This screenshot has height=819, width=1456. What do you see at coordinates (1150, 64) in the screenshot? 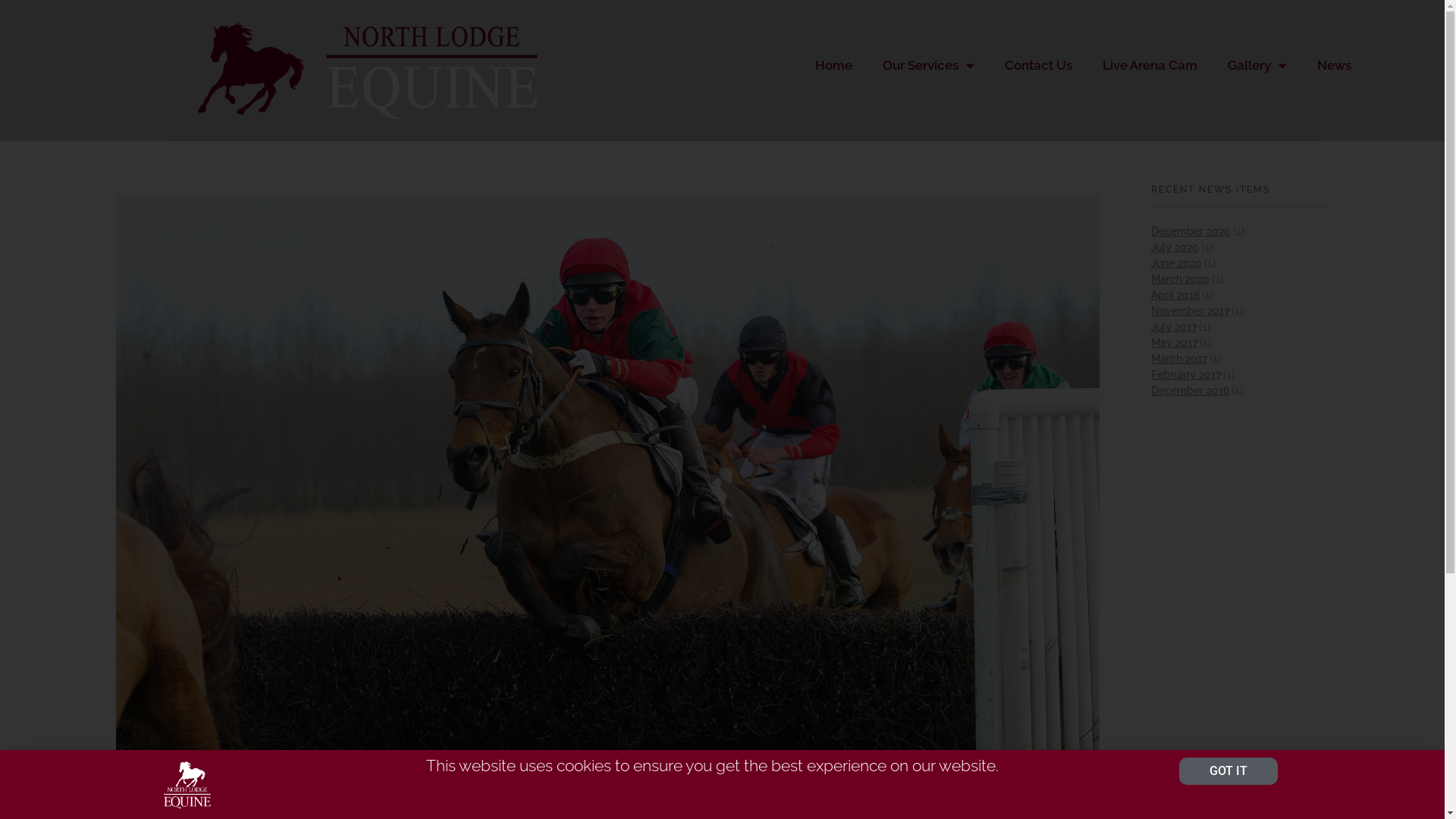
I see `'Live Arena Cam'` at bounding box center [1150, 64].